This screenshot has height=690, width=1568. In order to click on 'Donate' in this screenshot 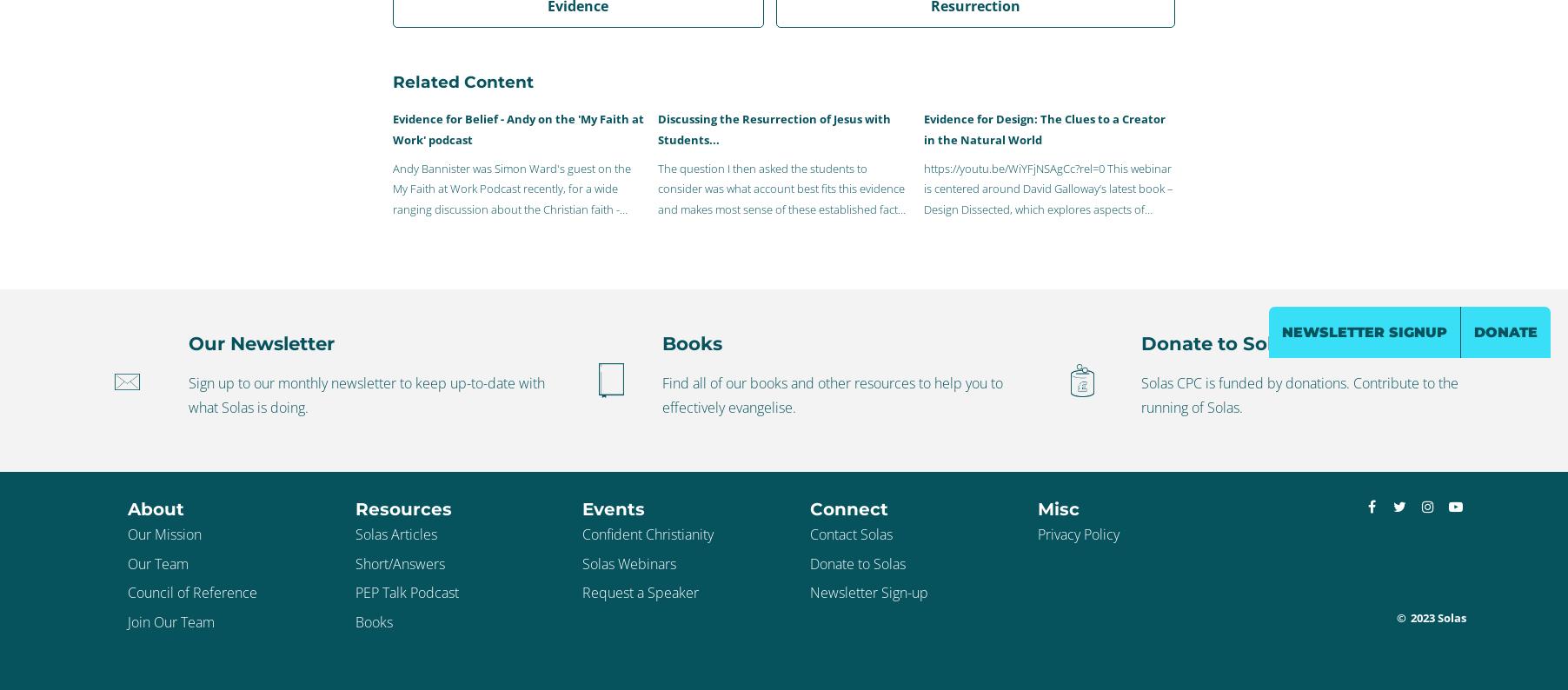, I will do `click(1505, 332)`.